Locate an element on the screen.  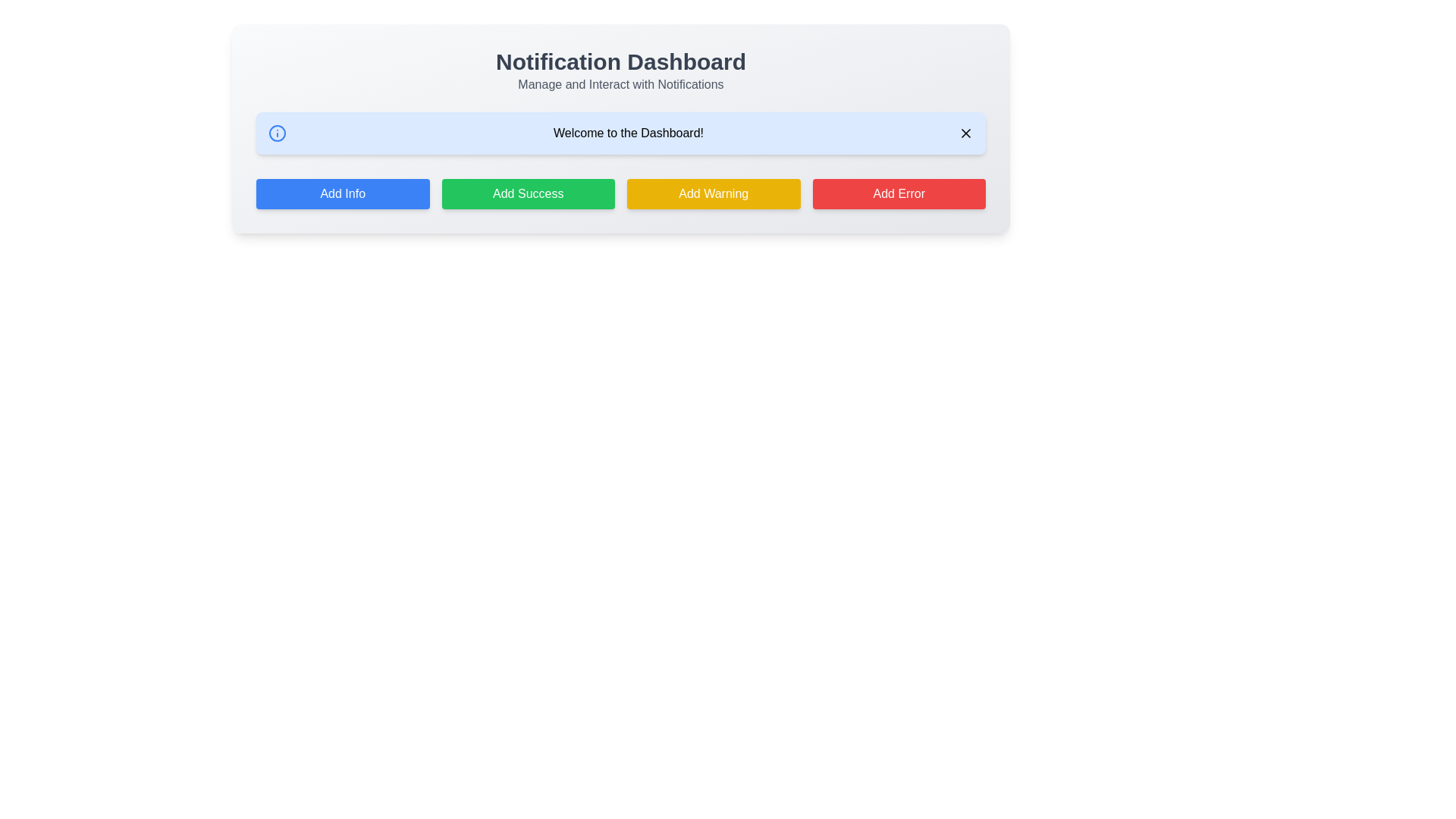
the informational icon located to the left of the 'Welcome to the Dashboard!' message to observe its contextual meaning is located at coordinates (277, 133).